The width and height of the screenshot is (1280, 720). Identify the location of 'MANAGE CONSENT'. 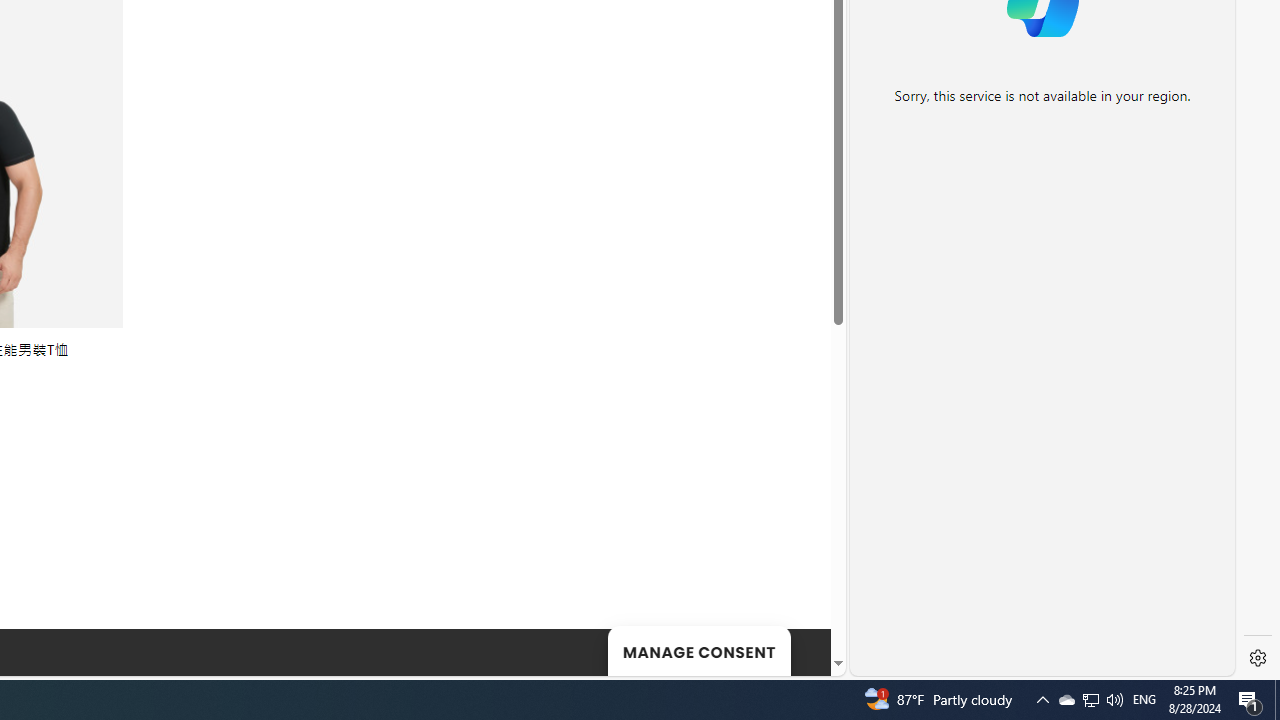
(698, 650).